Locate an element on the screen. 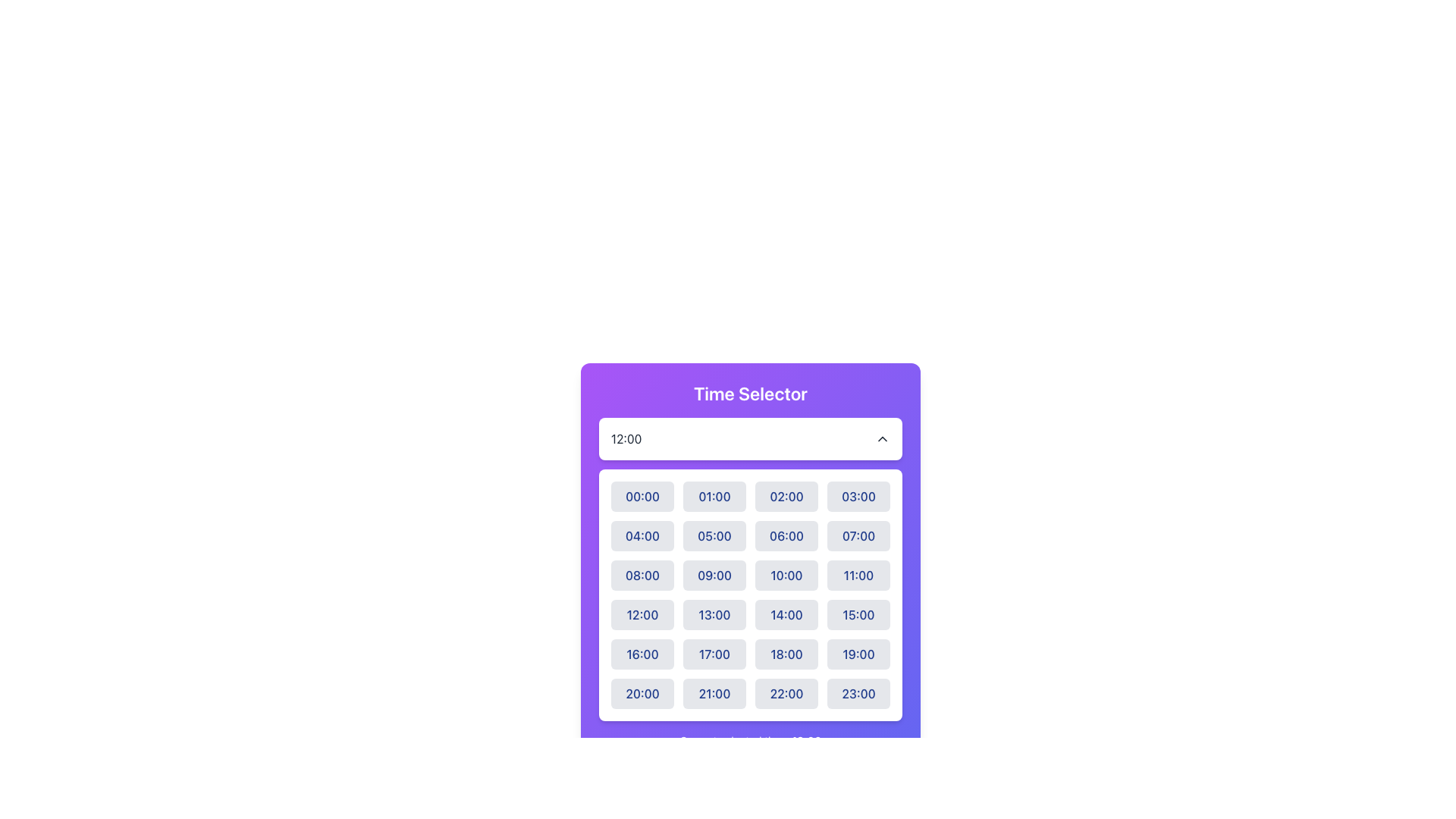 This screenshot has width=1456, height=819. the interactive button representing the time option '10:00' in the time selection interface is located at coordinates (750, 564).